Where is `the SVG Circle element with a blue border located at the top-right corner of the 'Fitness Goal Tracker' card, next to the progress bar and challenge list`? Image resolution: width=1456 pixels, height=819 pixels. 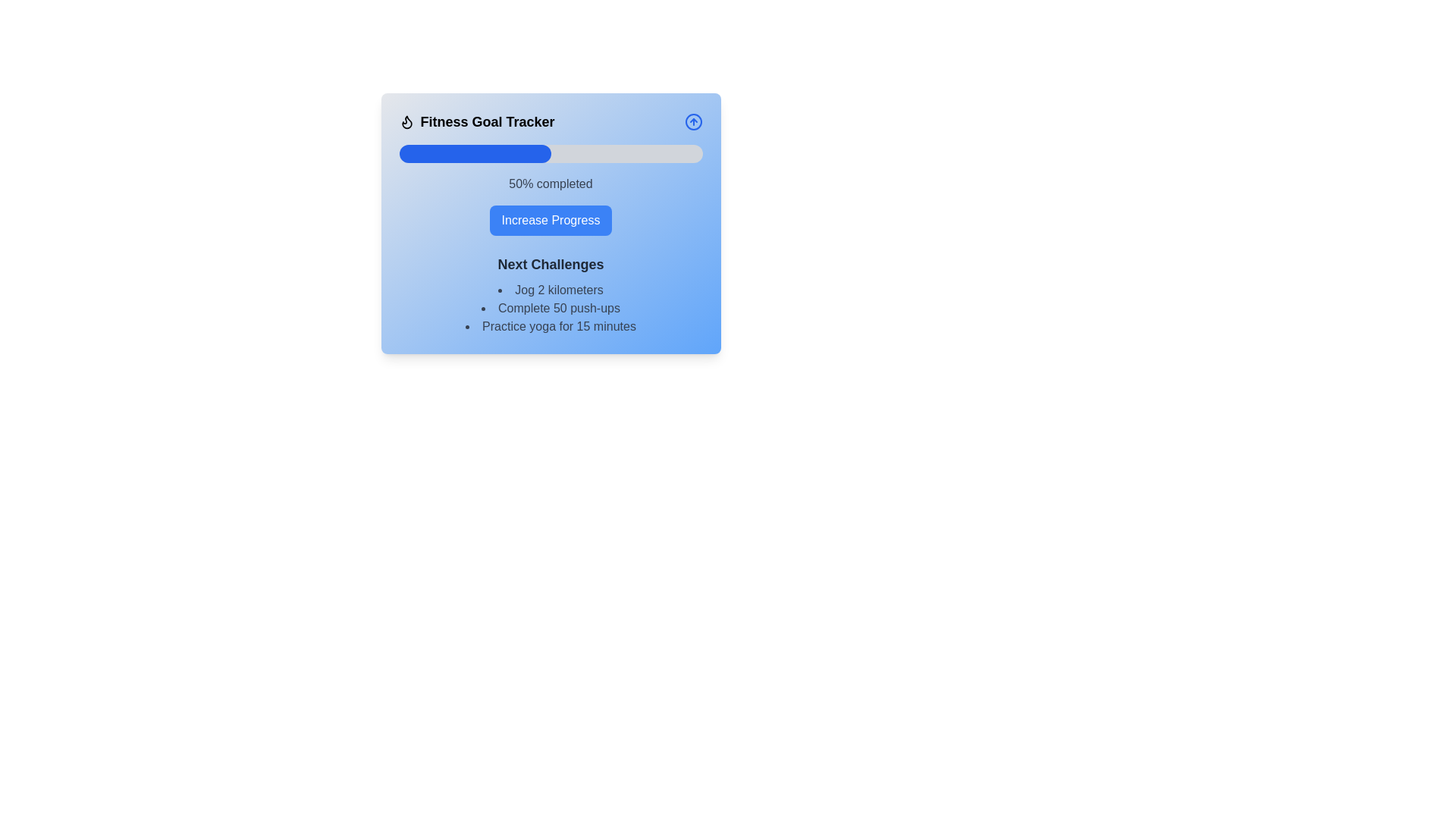
the SVG Circle element with a blue border located at the top-right corner of the 'Fitness Goal Tracker' card, next to the progress bar and challenge list is located at coordinates (692, 121).